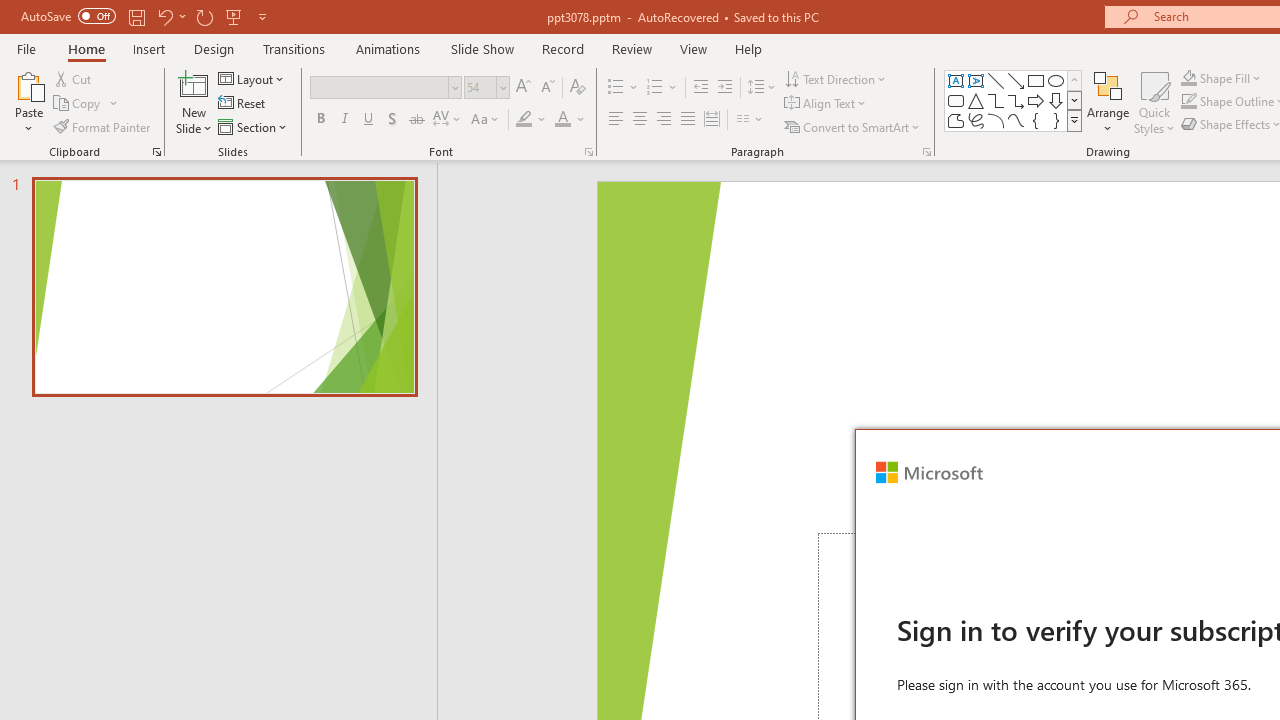 The image size is (1280, 720). What do you see at coordinates (1016, 100) in the screenshot?
I see `'Connector: Elbow Arrow'` at bounding box center [1016, 100].